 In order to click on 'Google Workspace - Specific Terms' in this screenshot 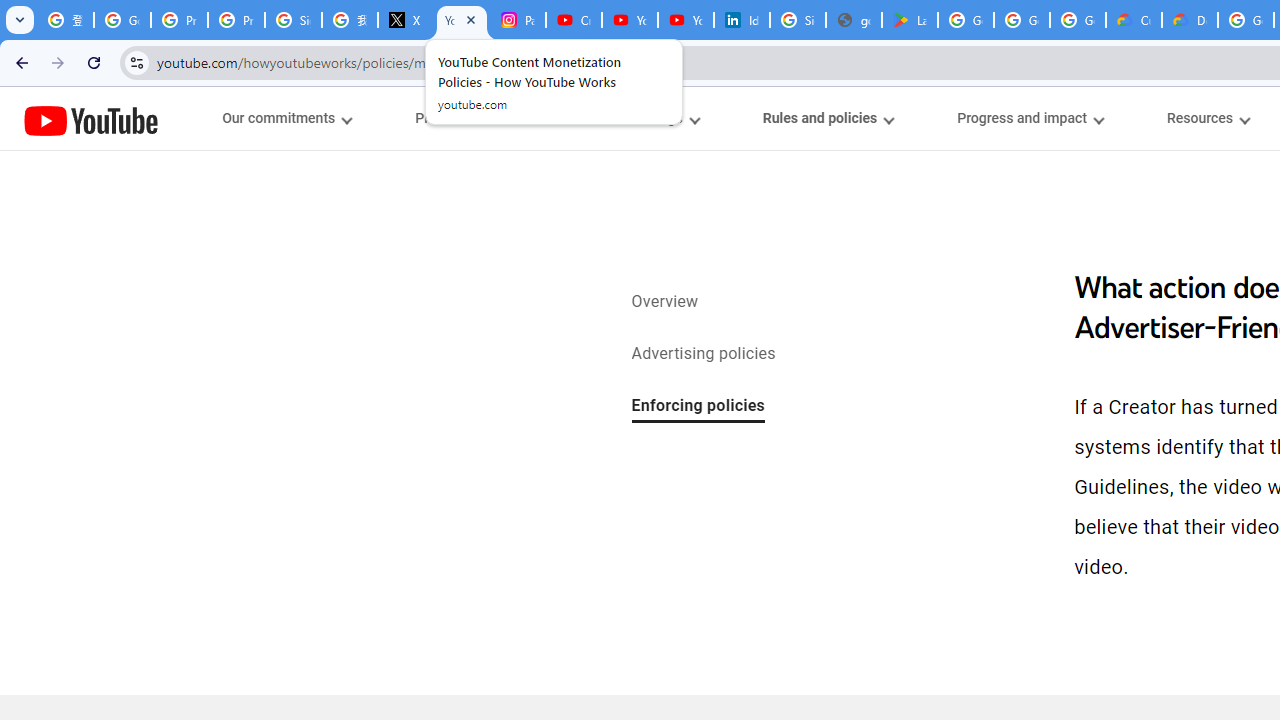, I will do `click(1022, 20)`.